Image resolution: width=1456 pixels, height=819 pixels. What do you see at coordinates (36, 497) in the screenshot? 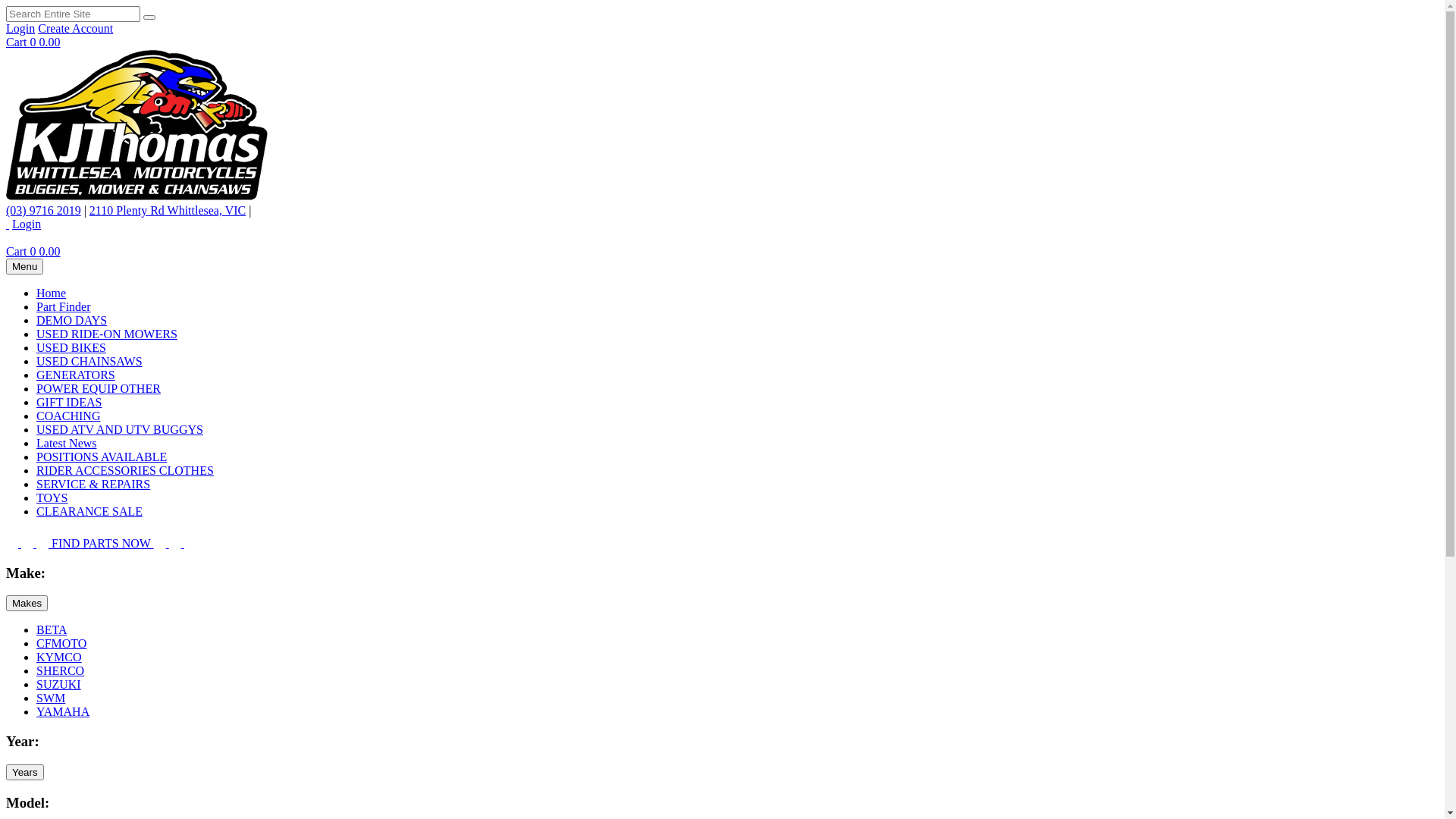
I see `'TOYS'` at bounding box center [36, 497].